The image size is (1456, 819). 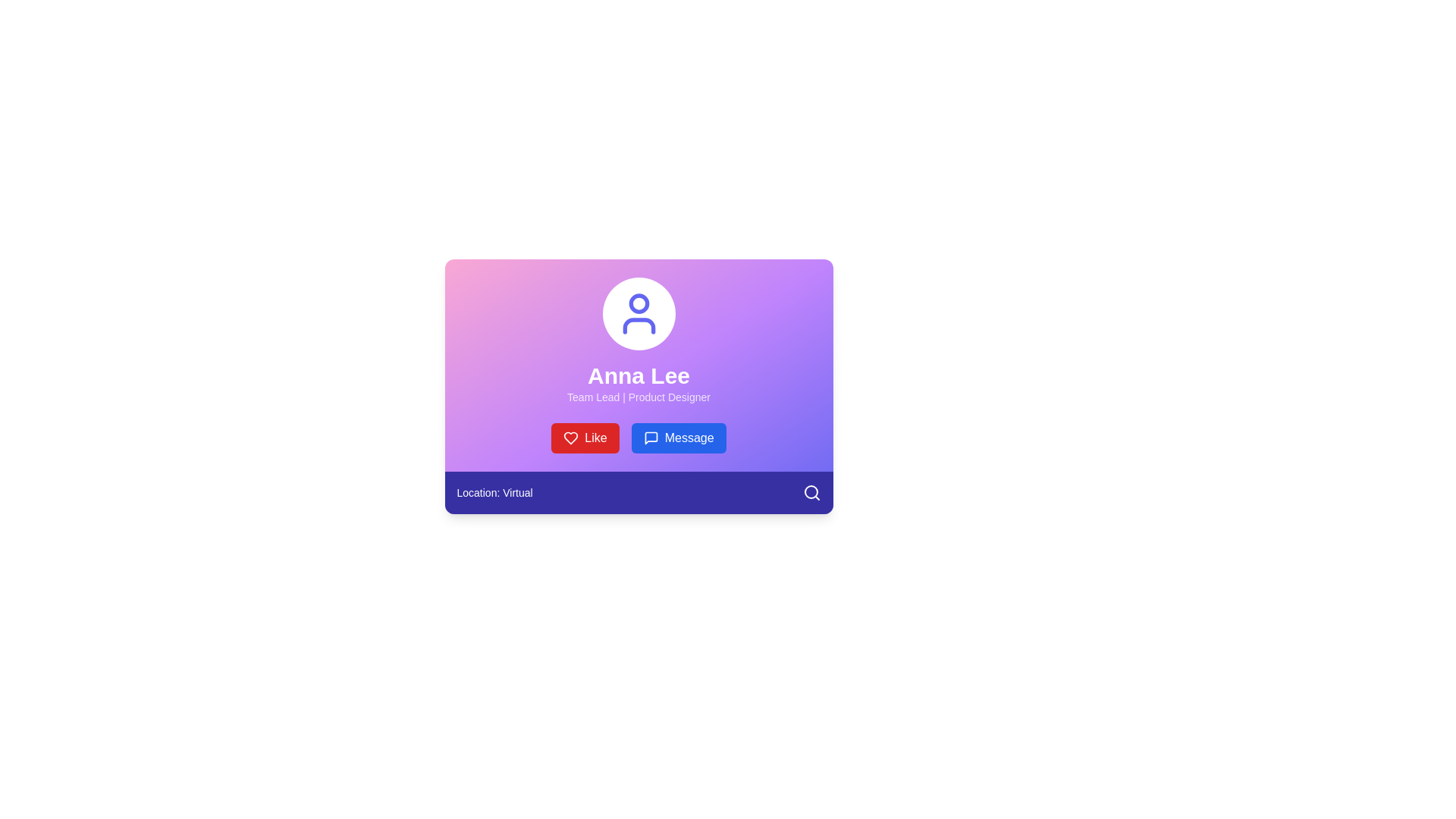 I want to click on text element displaying the name of the individual in the user profile card, located below the avatar icon and above the descriptor text 'Team Lead | Product Designer', so click(x=639, y=375).